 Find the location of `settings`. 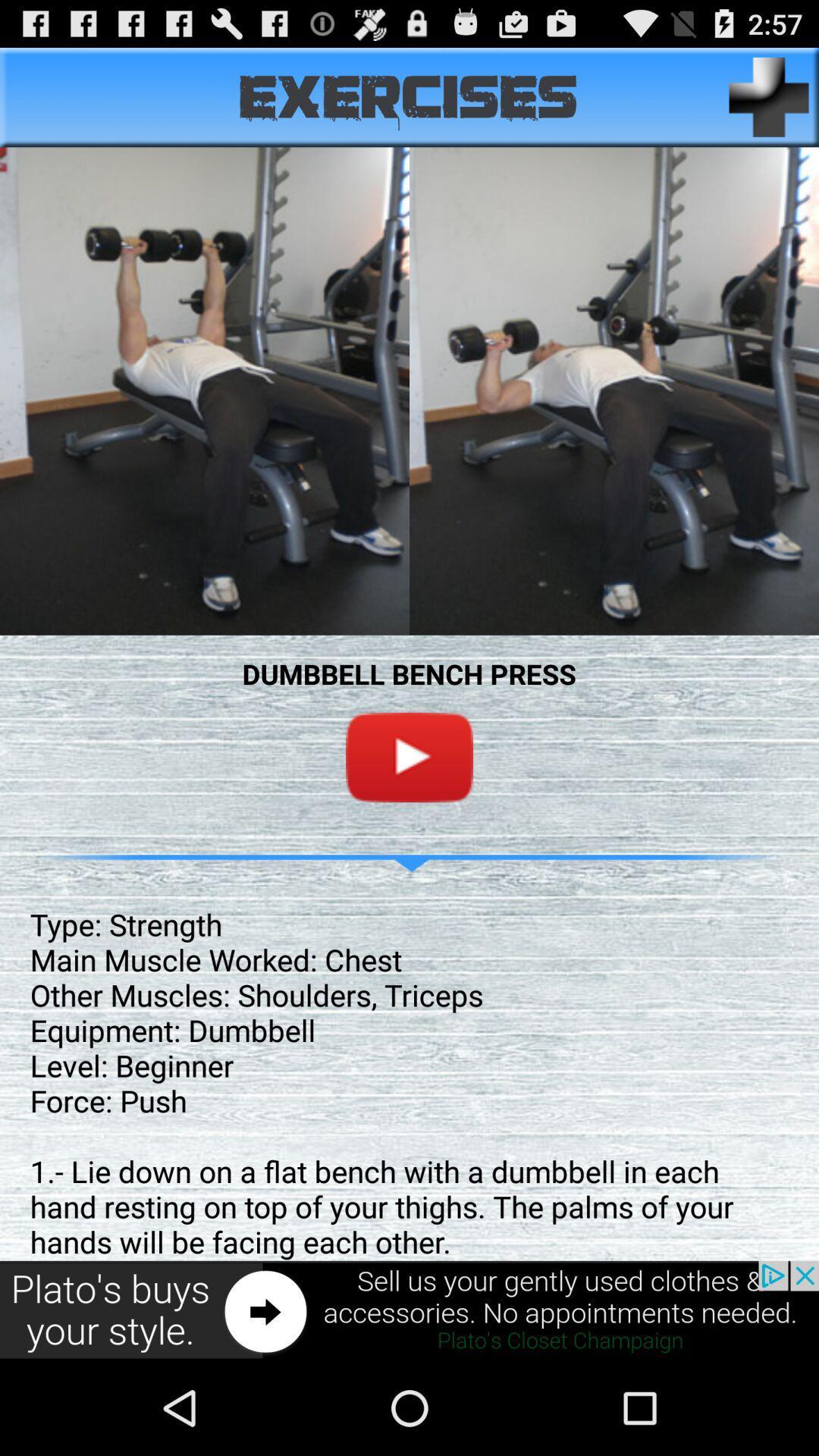

settings is located at coordinates (769, 96).